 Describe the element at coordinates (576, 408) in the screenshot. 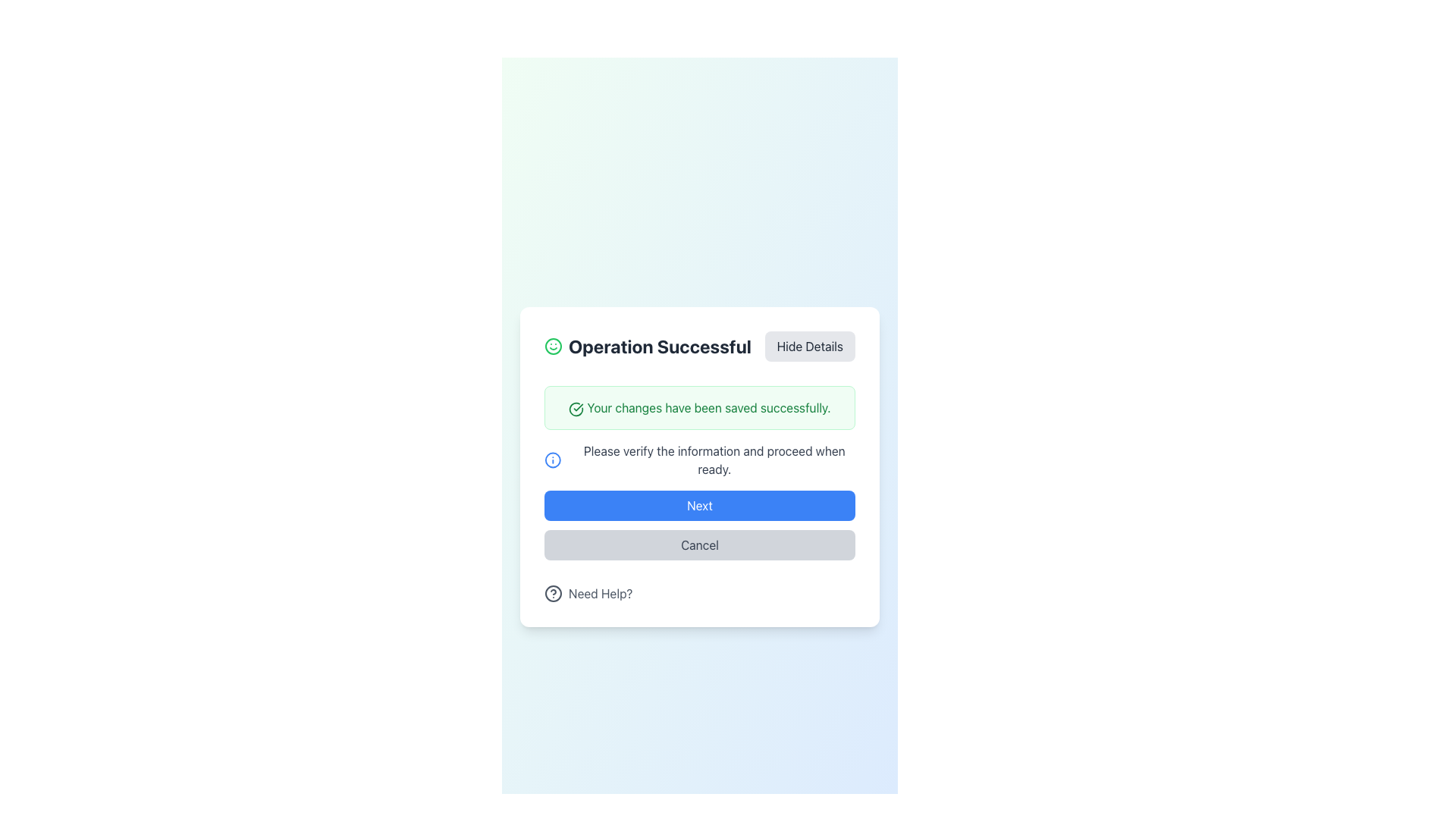

I see `the circular checkmark icon with a green outline that represents success, located to the left of the success message 'Your changes have been saved successfully.'` at that location.